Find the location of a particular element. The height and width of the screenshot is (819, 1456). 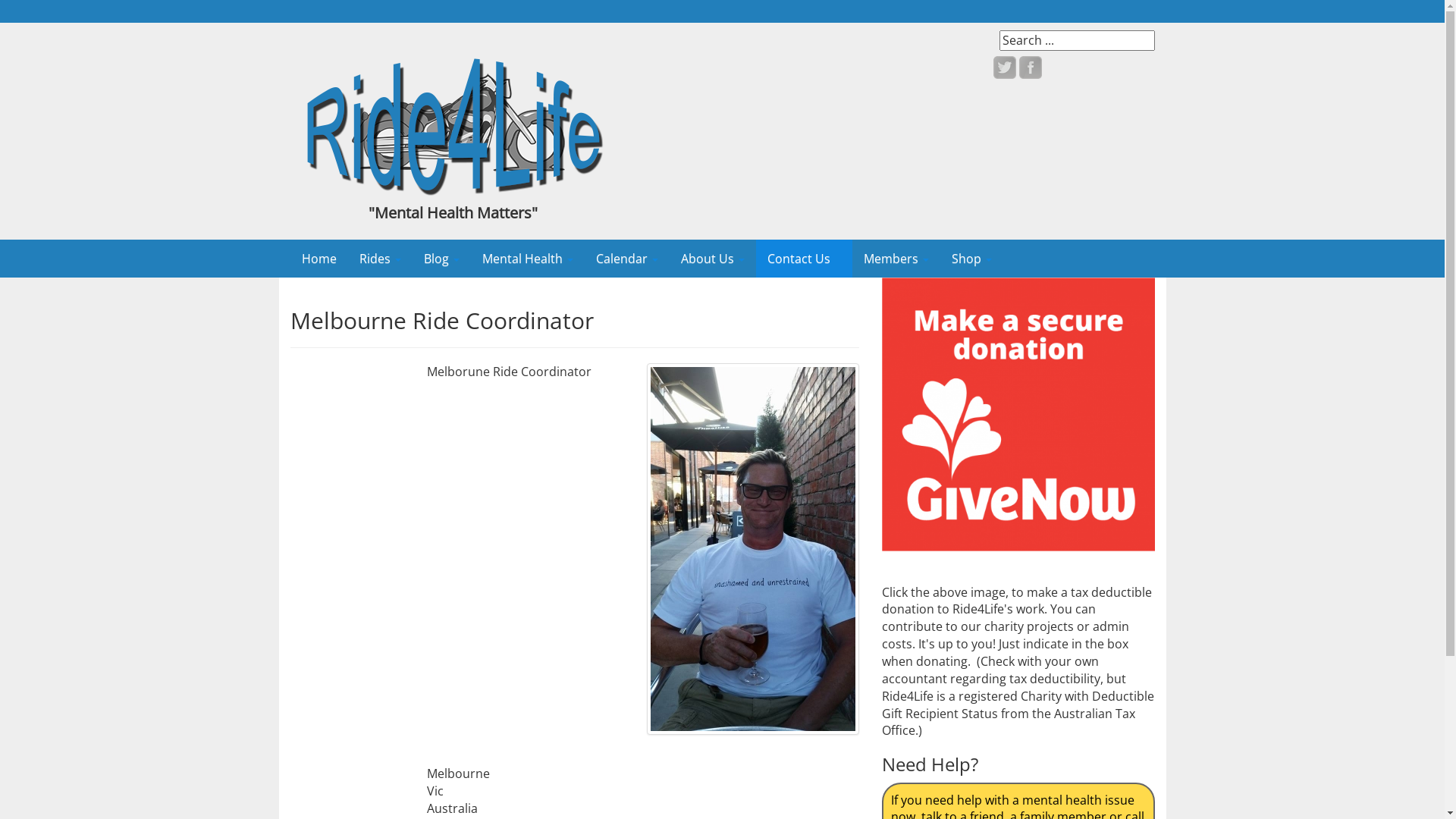

'About Us' is located at coordinates (711, 257).